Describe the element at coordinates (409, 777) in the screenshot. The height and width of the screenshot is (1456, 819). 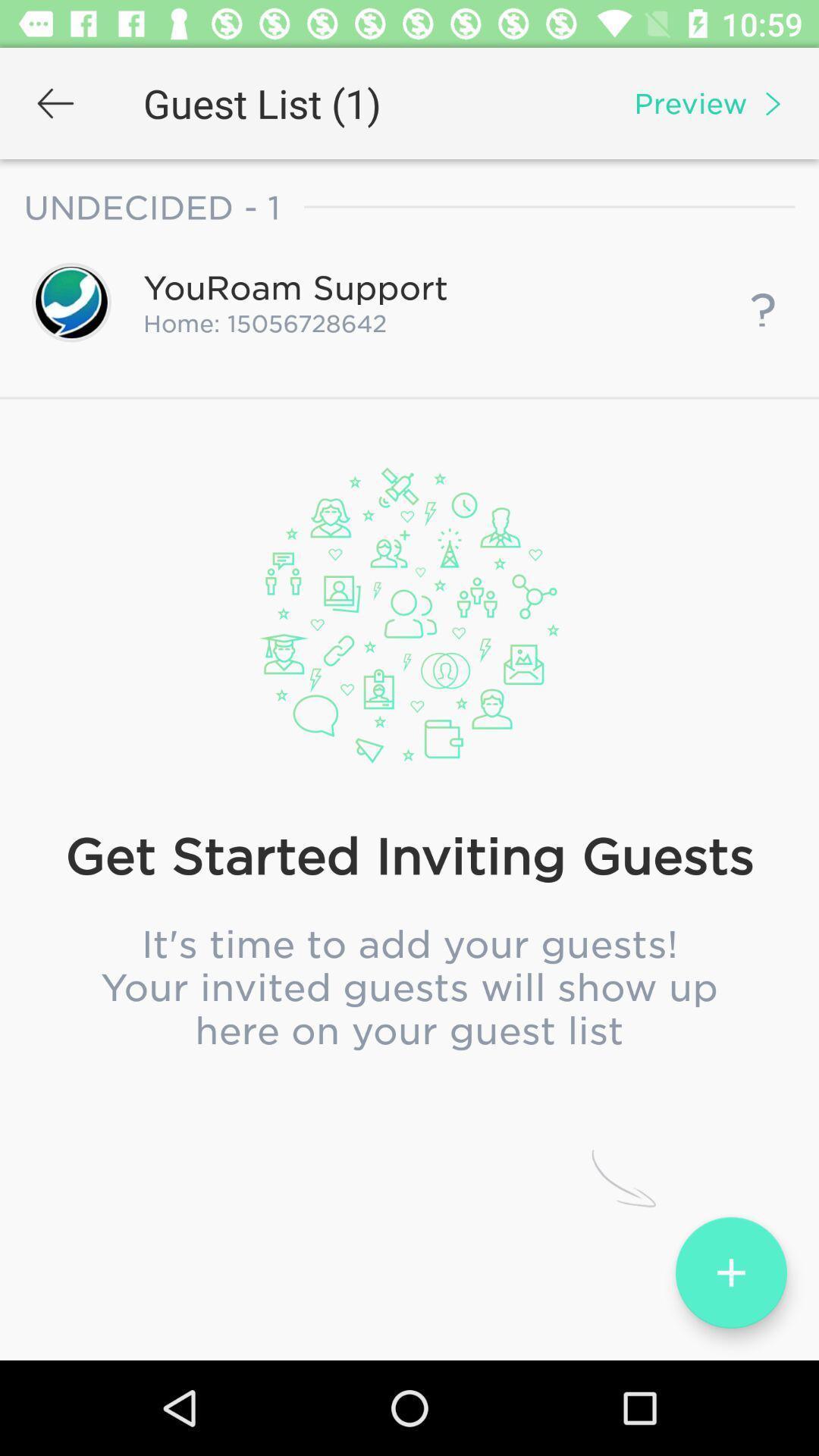
I see `icon below the optional end date icon` at that location.